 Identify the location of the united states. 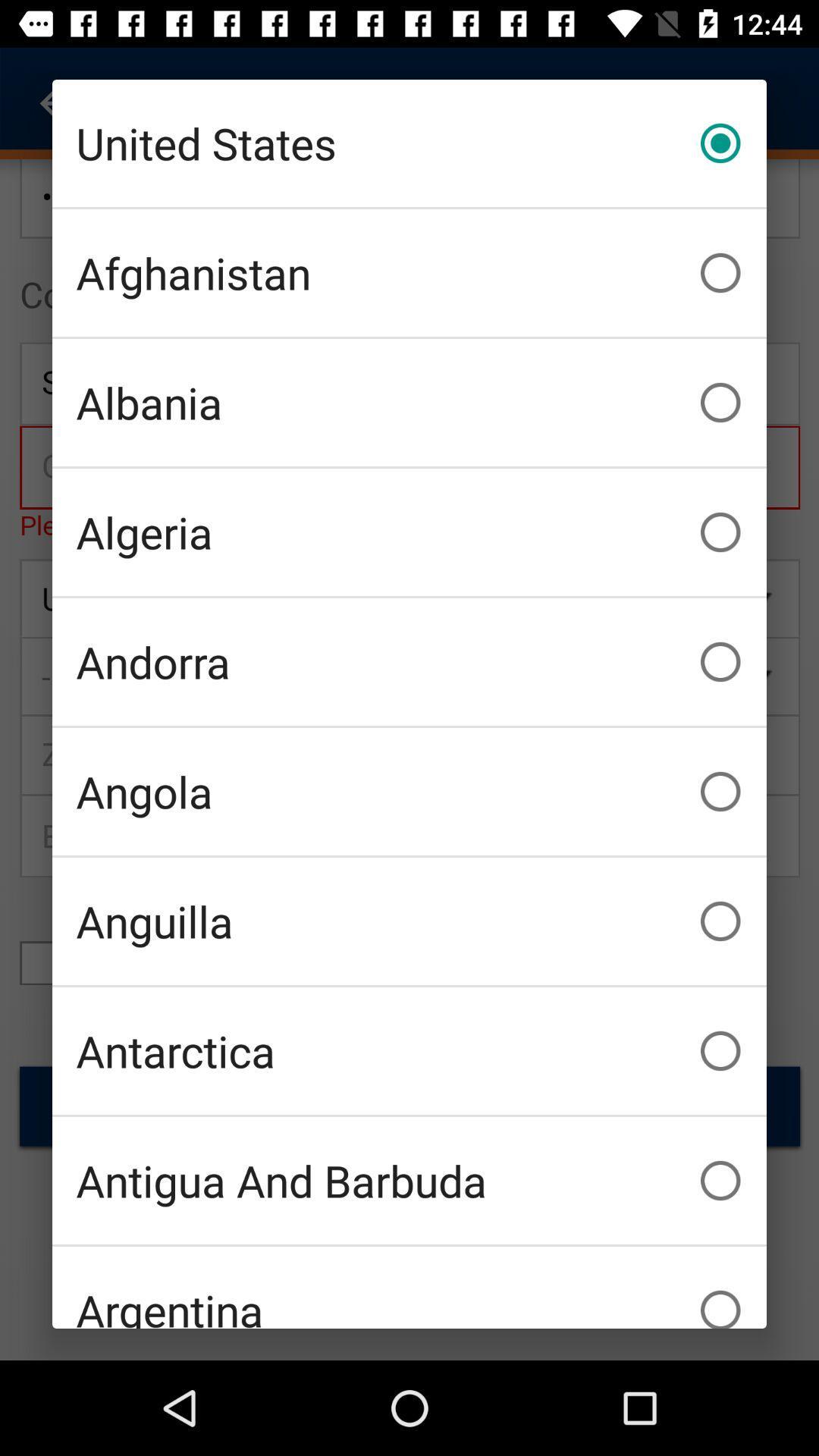
(409, 143).